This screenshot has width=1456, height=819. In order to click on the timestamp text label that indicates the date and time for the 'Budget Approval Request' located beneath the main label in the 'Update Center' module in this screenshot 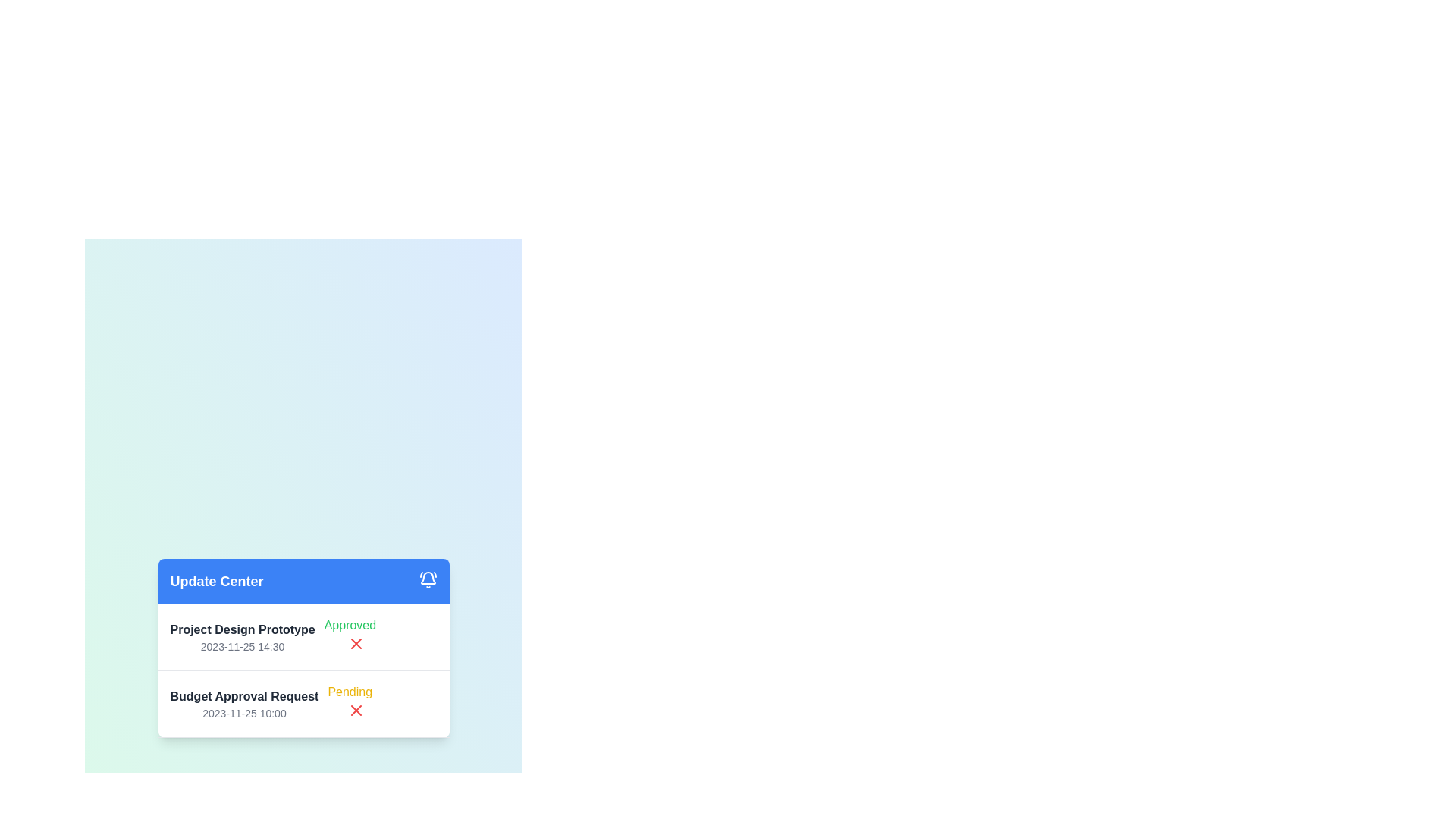, I will do `click(244, 713)`.